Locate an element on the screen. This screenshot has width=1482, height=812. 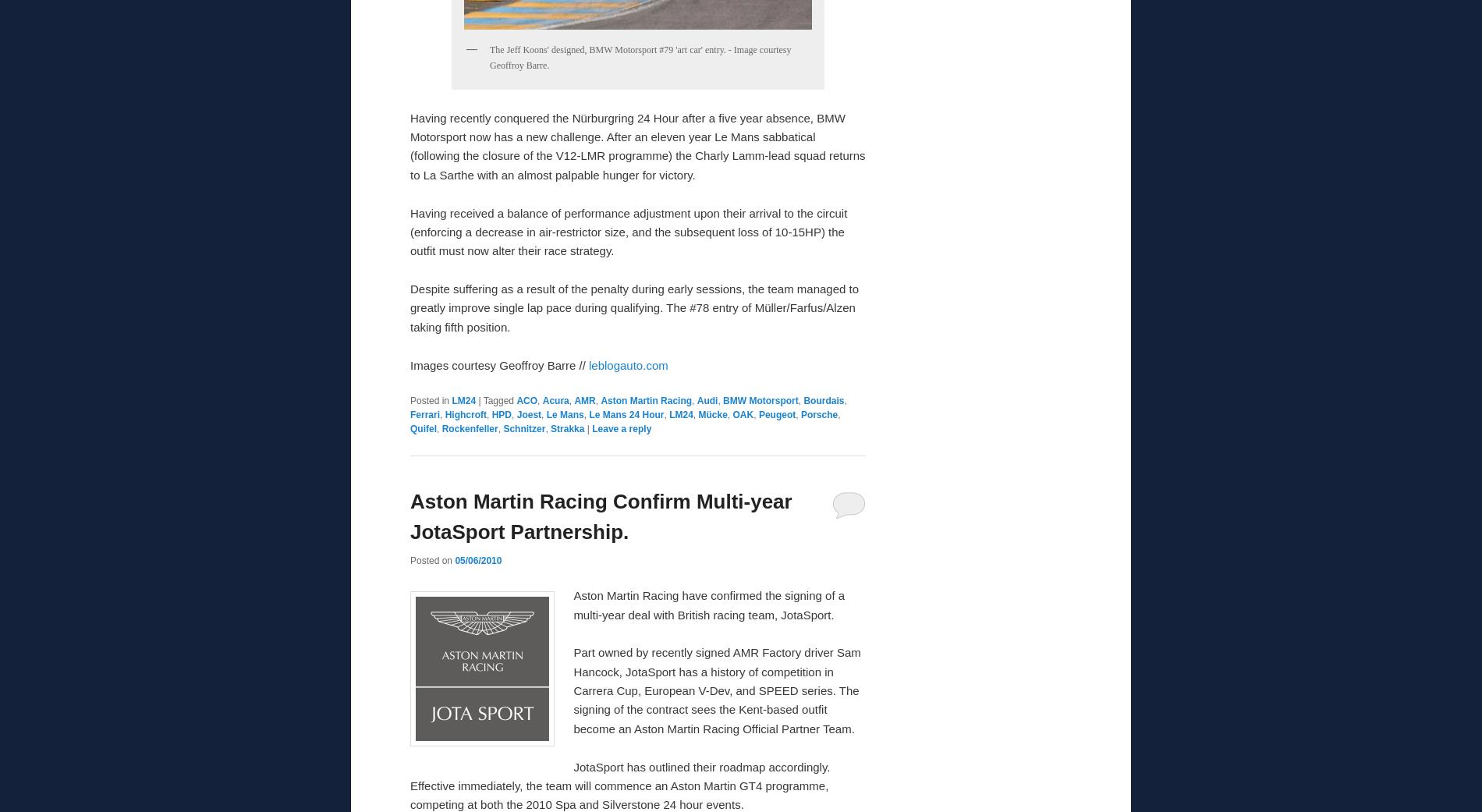
'Part owned by recently signed AMR Factory driver Sam Hancock, JotaSport has a history of competition in Carrera Cup, European V-Dev, and SPEED series. The signing of the contract sees the Kent-based outfit become an Aston Martin Racing Official Partner Team.' is located at coordinates (716, 689).